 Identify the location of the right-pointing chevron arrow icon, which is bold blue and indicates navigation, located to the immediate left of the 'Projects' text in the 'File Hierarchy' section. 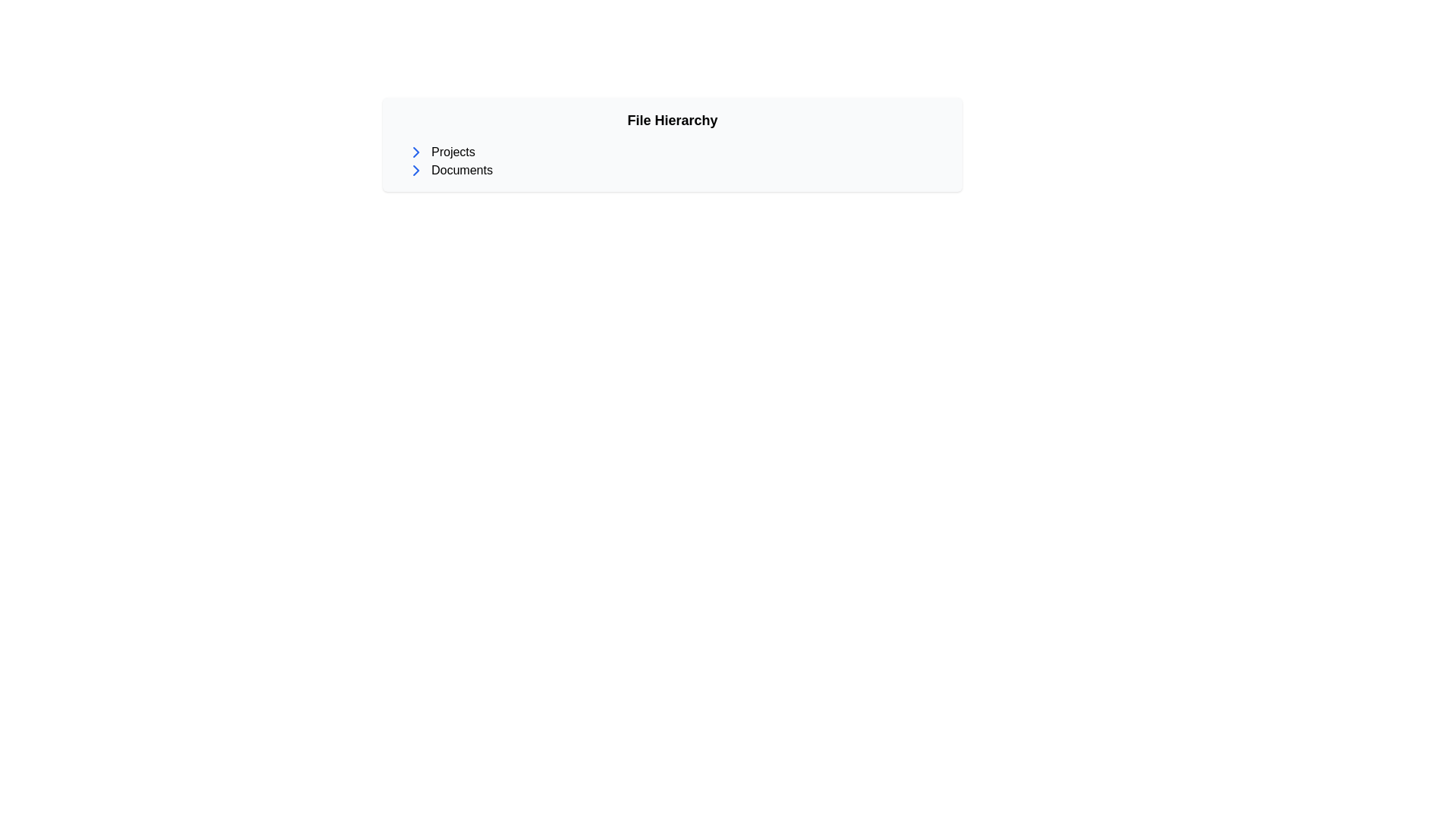
(416, 152).